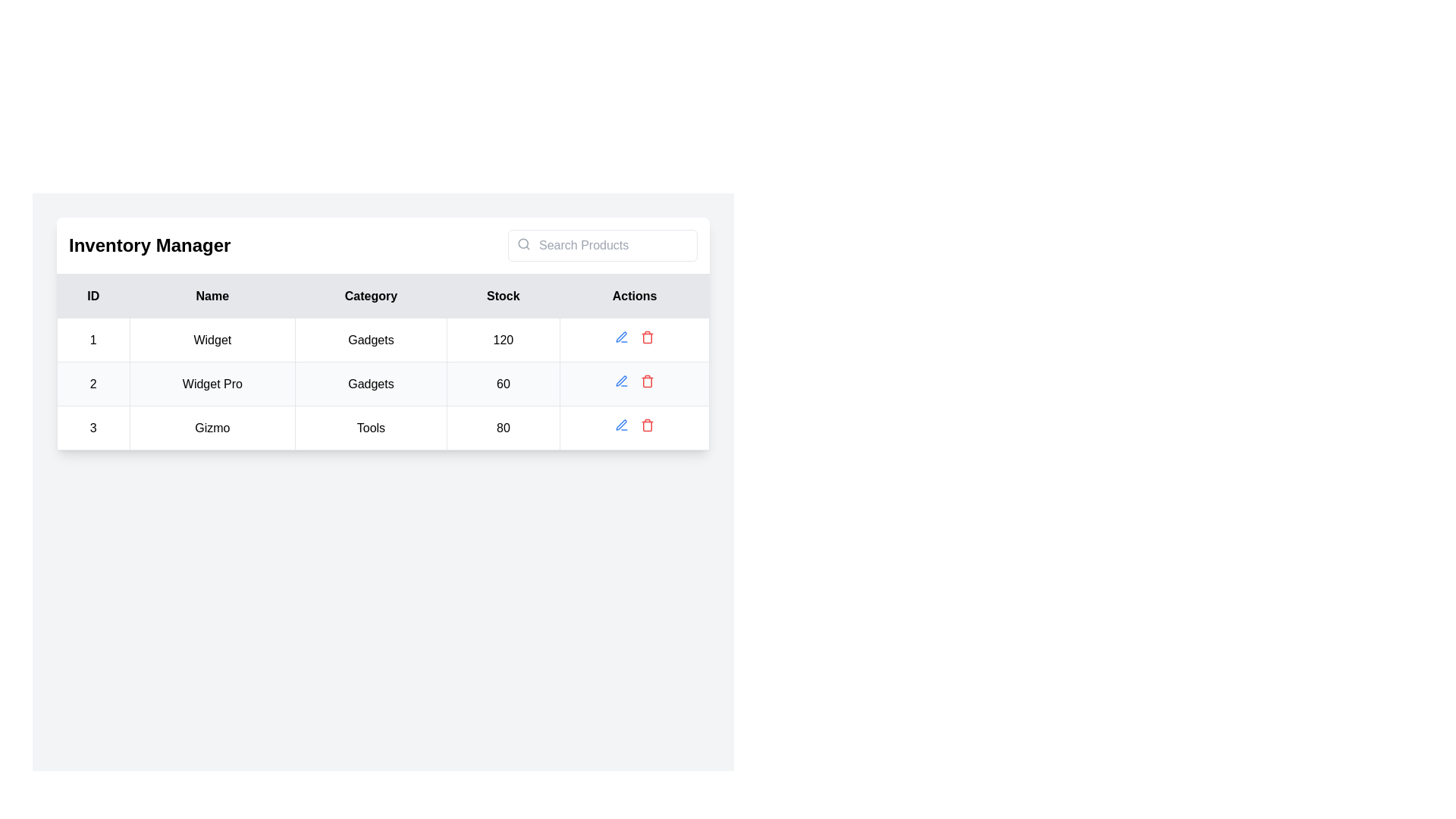  I want to click on the small circular search icon (magnifying glass) located on the left side of the search input box, so click(524, 243).